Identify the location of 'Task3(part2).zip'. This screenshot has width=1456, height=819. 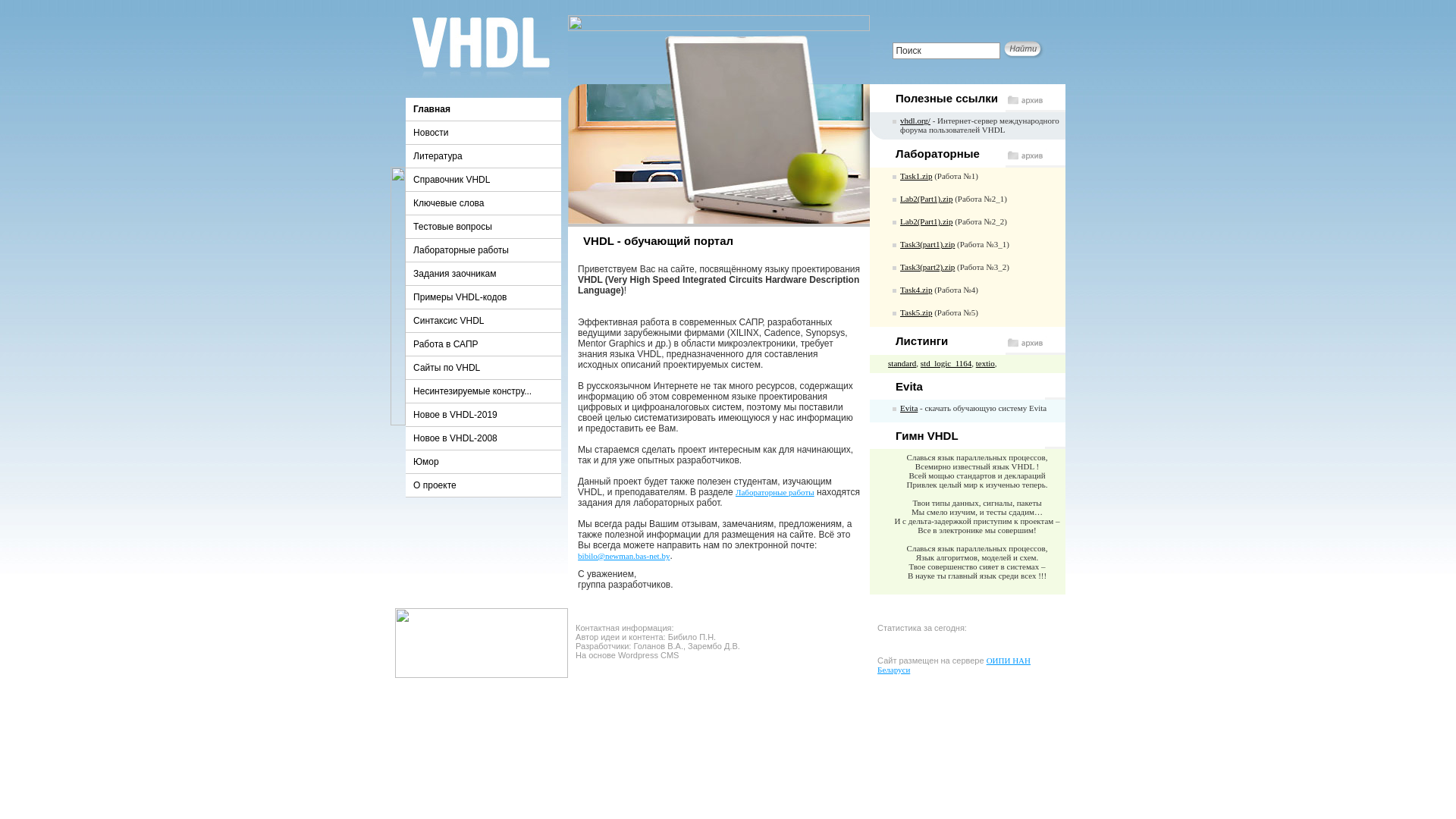
(927, 265).